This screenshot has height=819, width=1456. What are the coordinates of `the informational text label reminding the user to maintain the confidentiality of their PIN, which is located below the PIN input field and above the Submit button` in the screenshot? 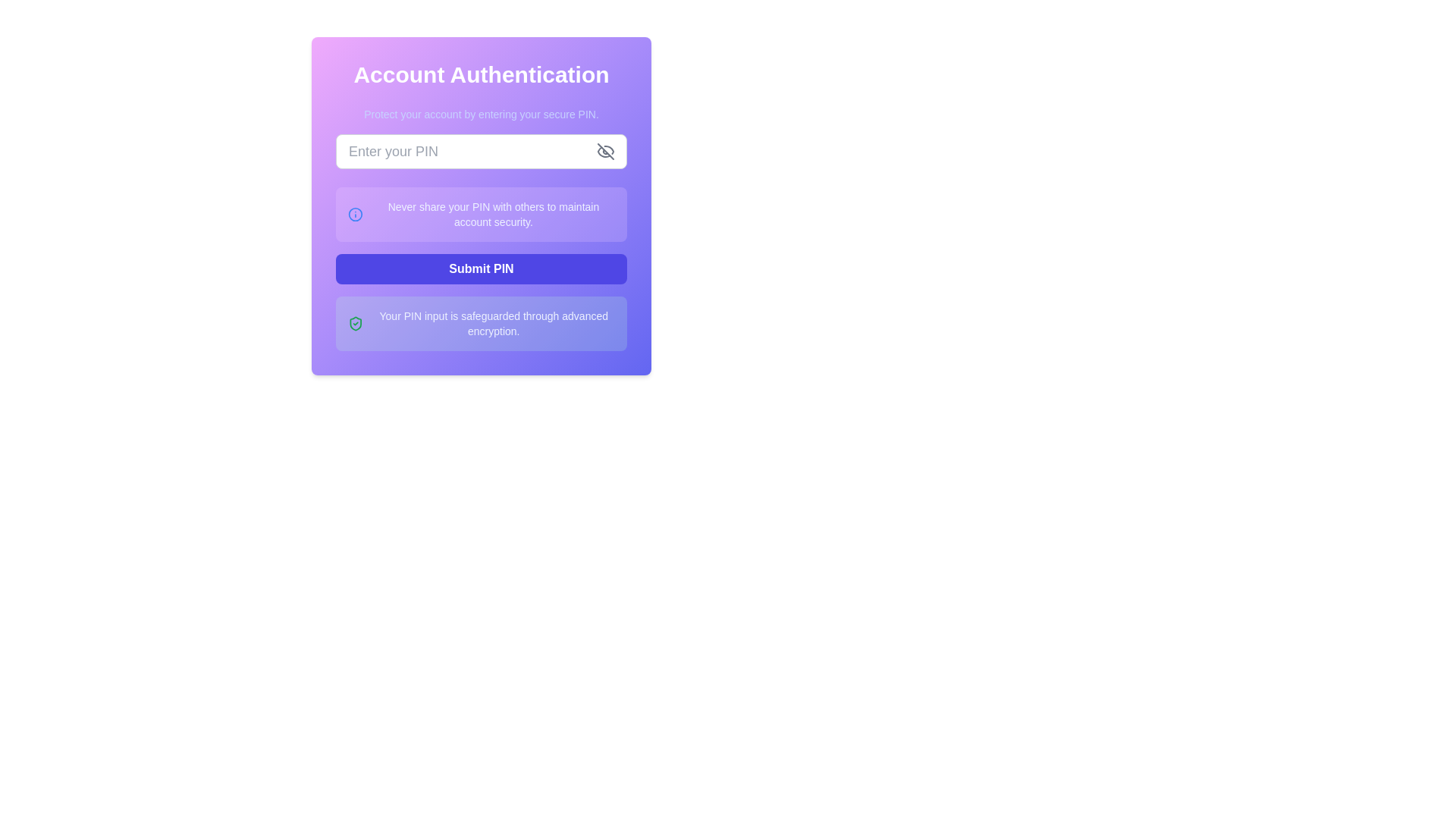 It's located at (493, 214).